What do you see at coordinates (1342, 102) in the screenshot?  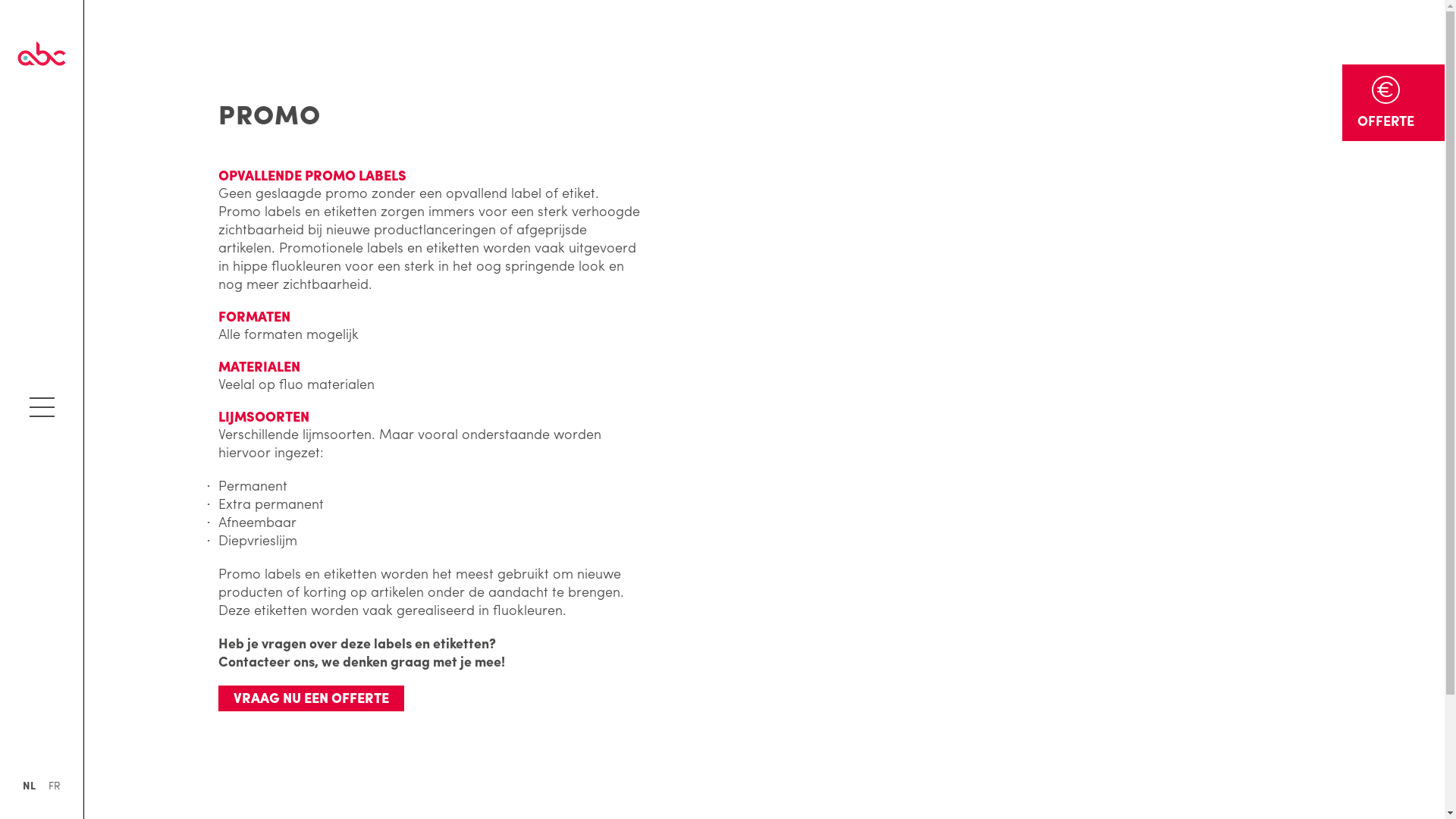 I see `'OFFERTE'` at bounding box center [1342, 102].